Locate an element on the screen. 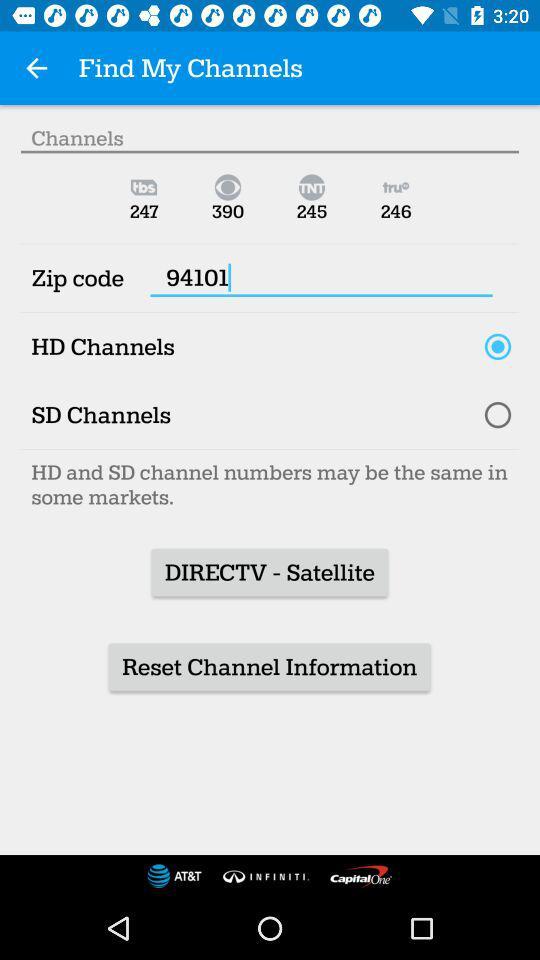  hd channels option is located at coordinates (496, 346).